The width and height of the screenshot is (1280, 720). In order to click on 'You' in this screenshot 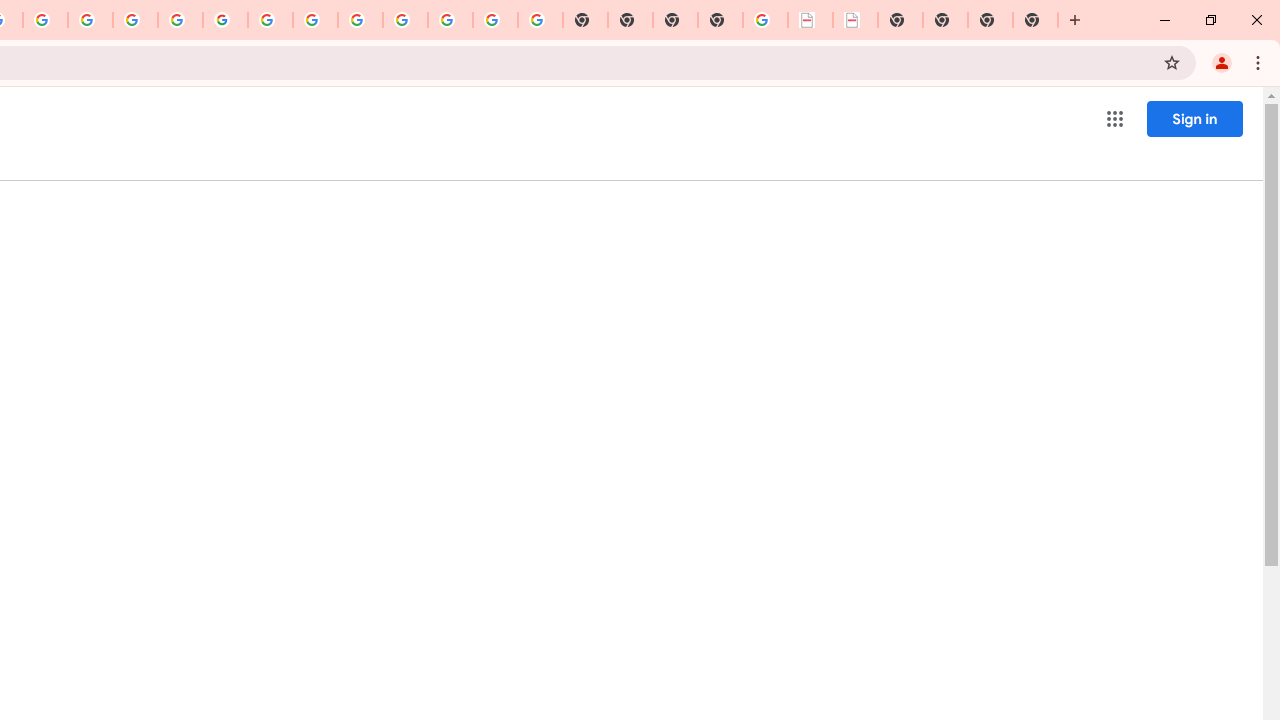, I will do `click(1220, 61)`.